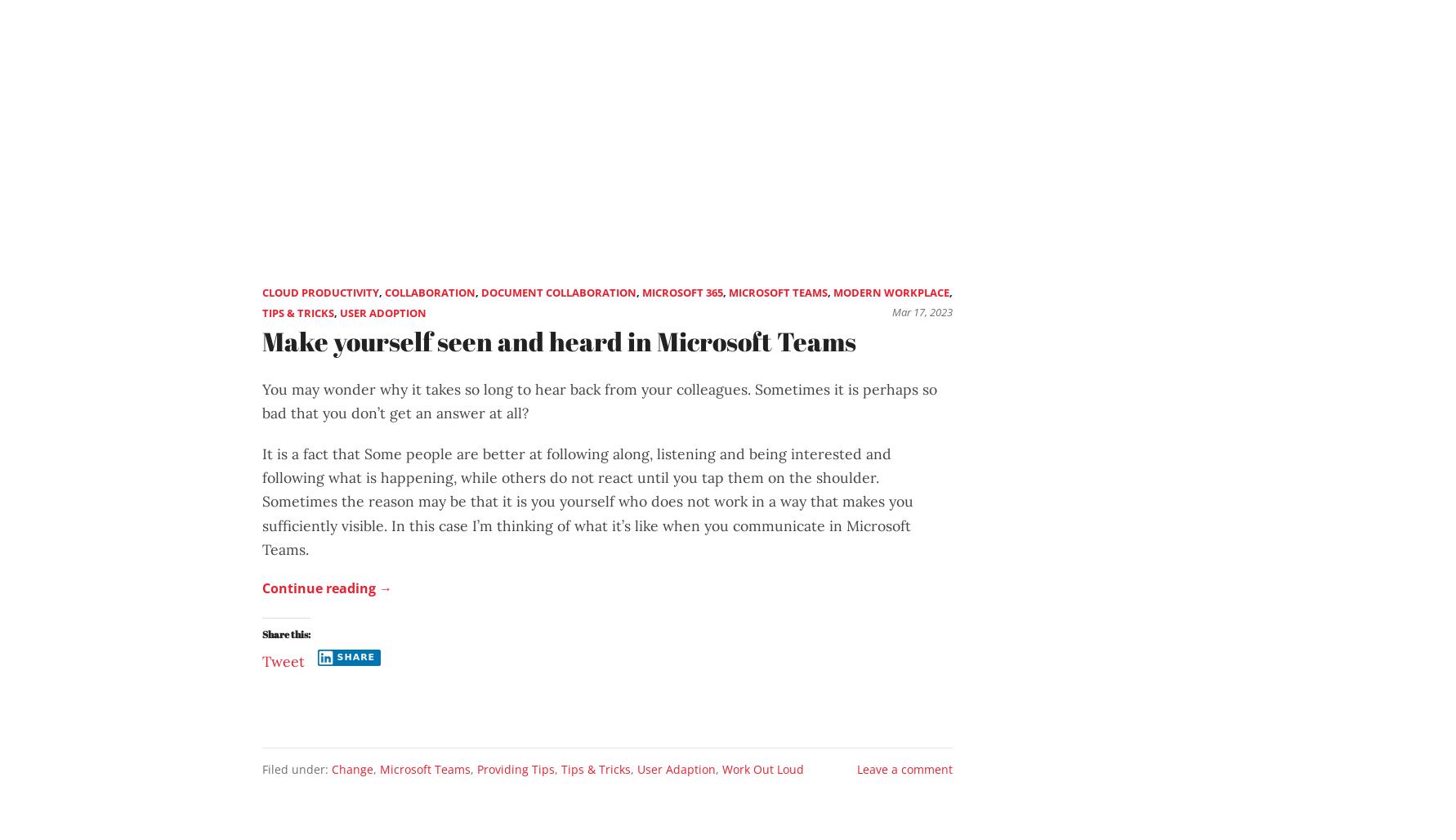 This screenshot has width=1456, height=840. What do you see at coordinates (558, 341) in the screenshot?
I see `'Make yourself seen and heard in Microsoft Teams'` at bounding box center [558, 341].